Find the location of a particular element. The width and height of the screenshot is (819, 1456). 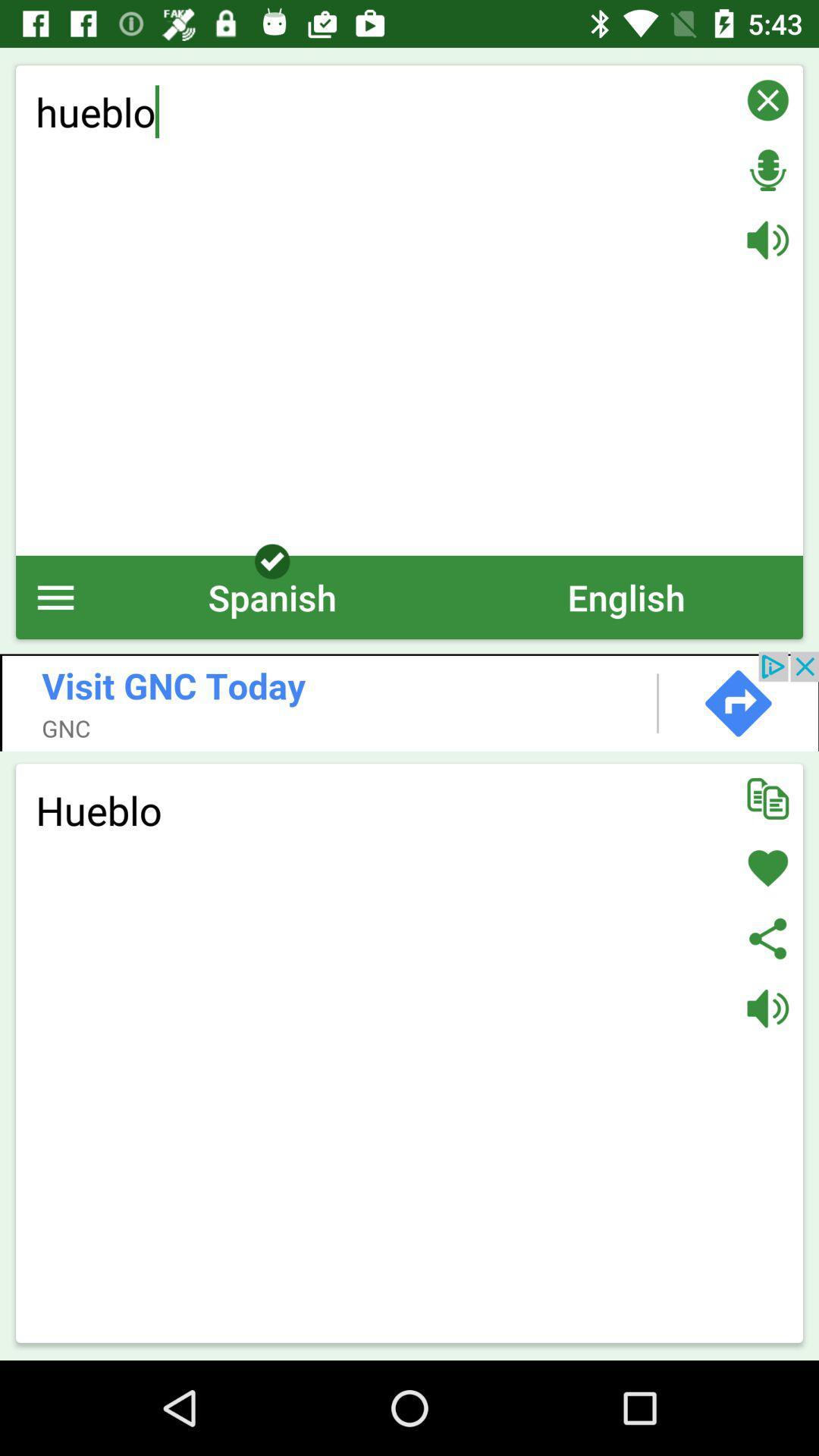

item next to the spanish icon is located at coordinates (626, 596).